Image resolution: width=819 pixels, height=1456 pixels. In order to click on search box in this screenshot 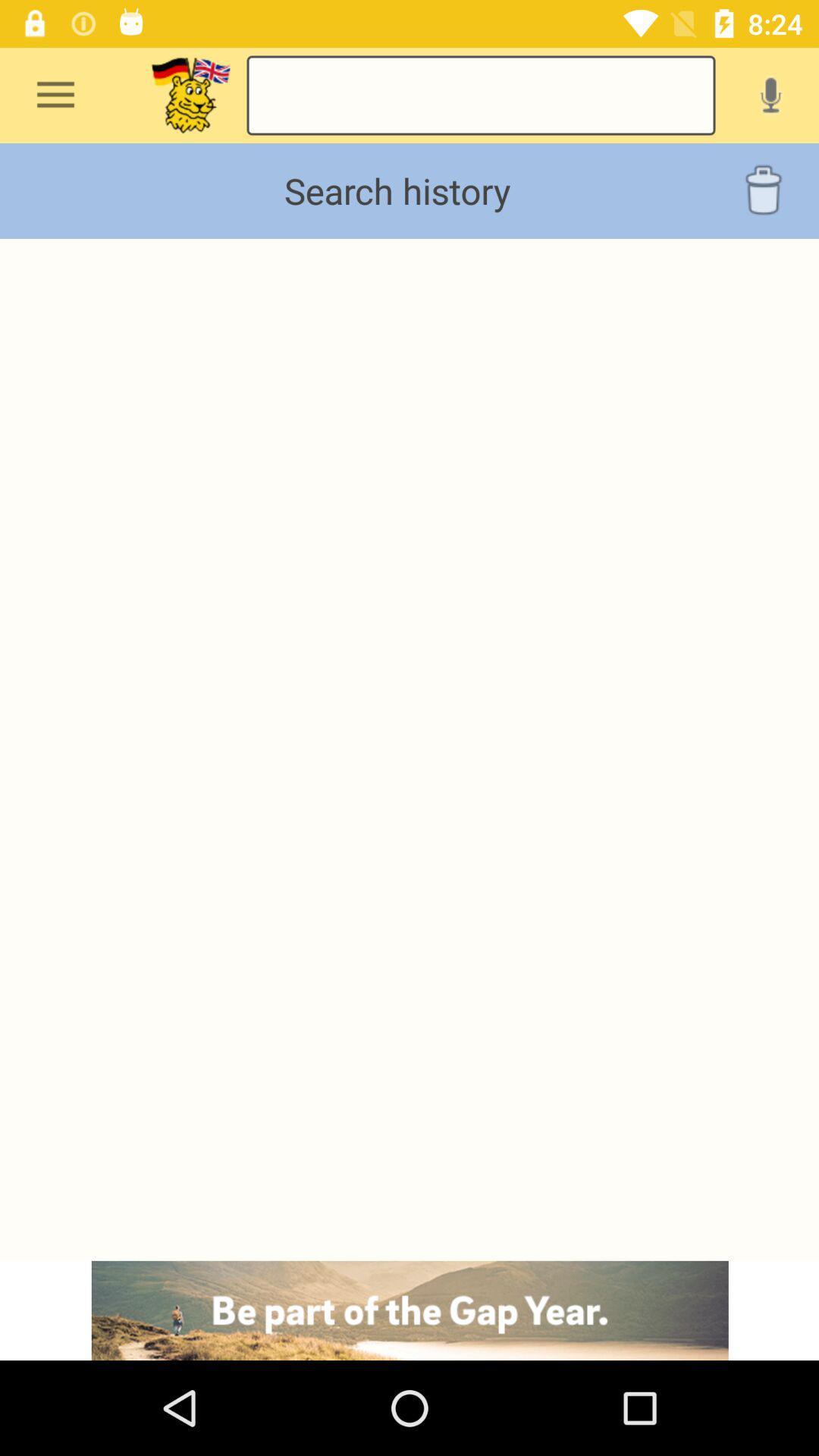, I will do `click(190, 94)`.